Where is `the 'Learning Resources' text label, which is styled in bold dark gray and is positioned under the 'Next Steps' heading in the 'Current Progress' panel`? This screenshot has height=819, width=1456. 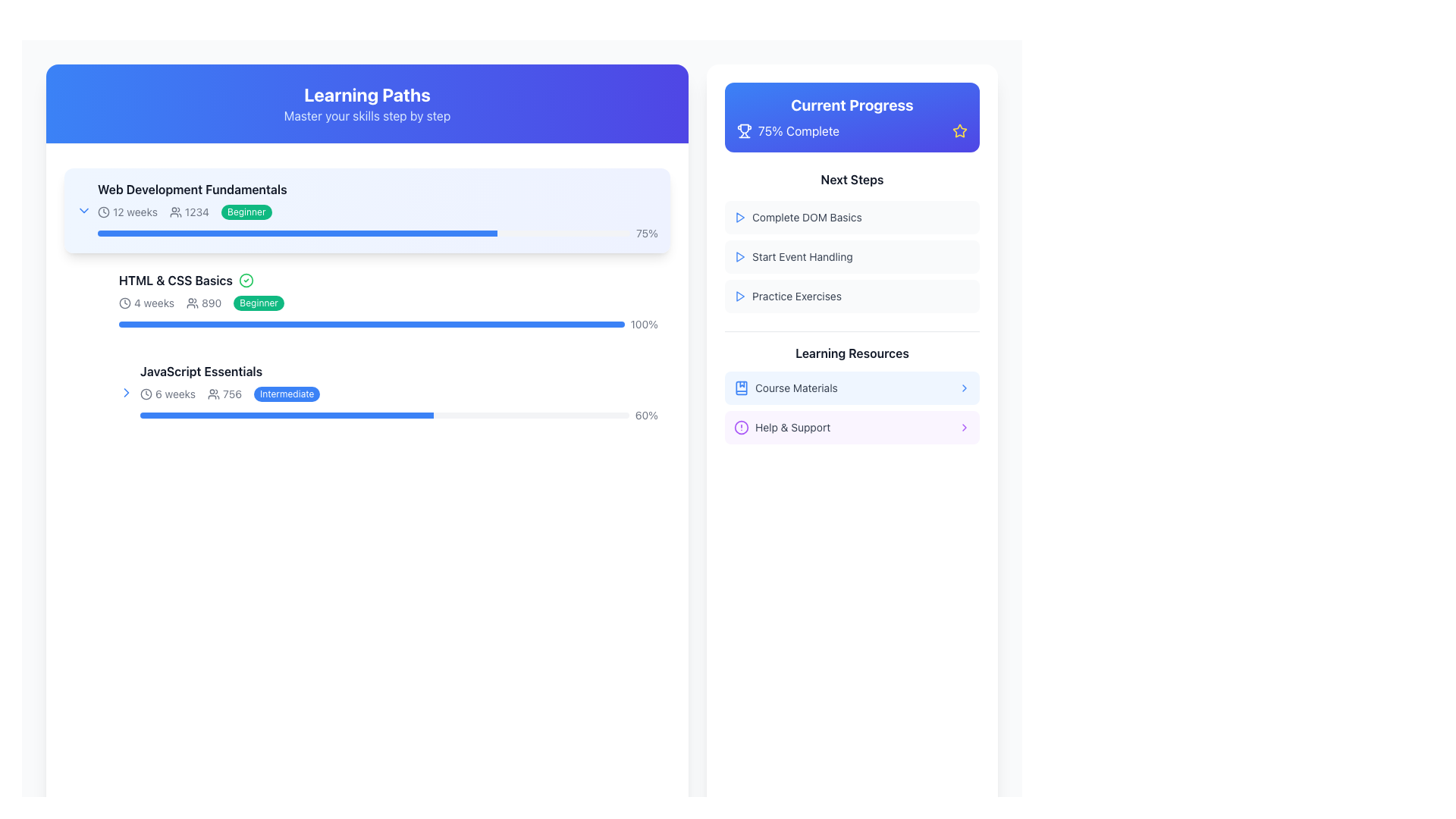 the 'Learning Resources' text label, which is styled in bold dark gray and is positioned under the 'Next Steps' heading in the 'Current Progress' panel is located at coordinates (852, 353).